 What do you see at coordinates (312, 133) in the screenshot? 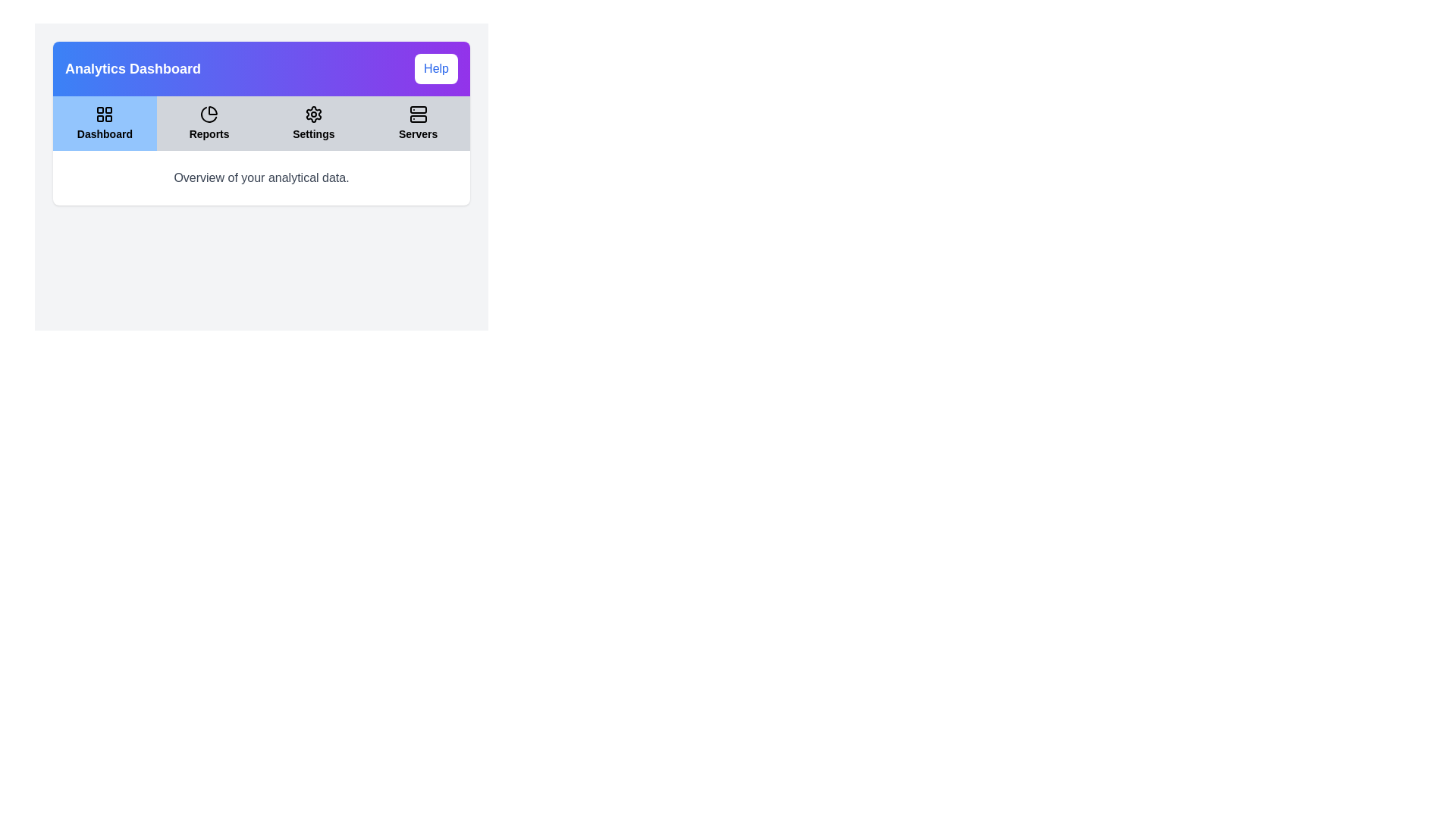
I see `the settings label located beneath the gear icon in the navigation bar to identify its function` at bounding box center [312, 133].